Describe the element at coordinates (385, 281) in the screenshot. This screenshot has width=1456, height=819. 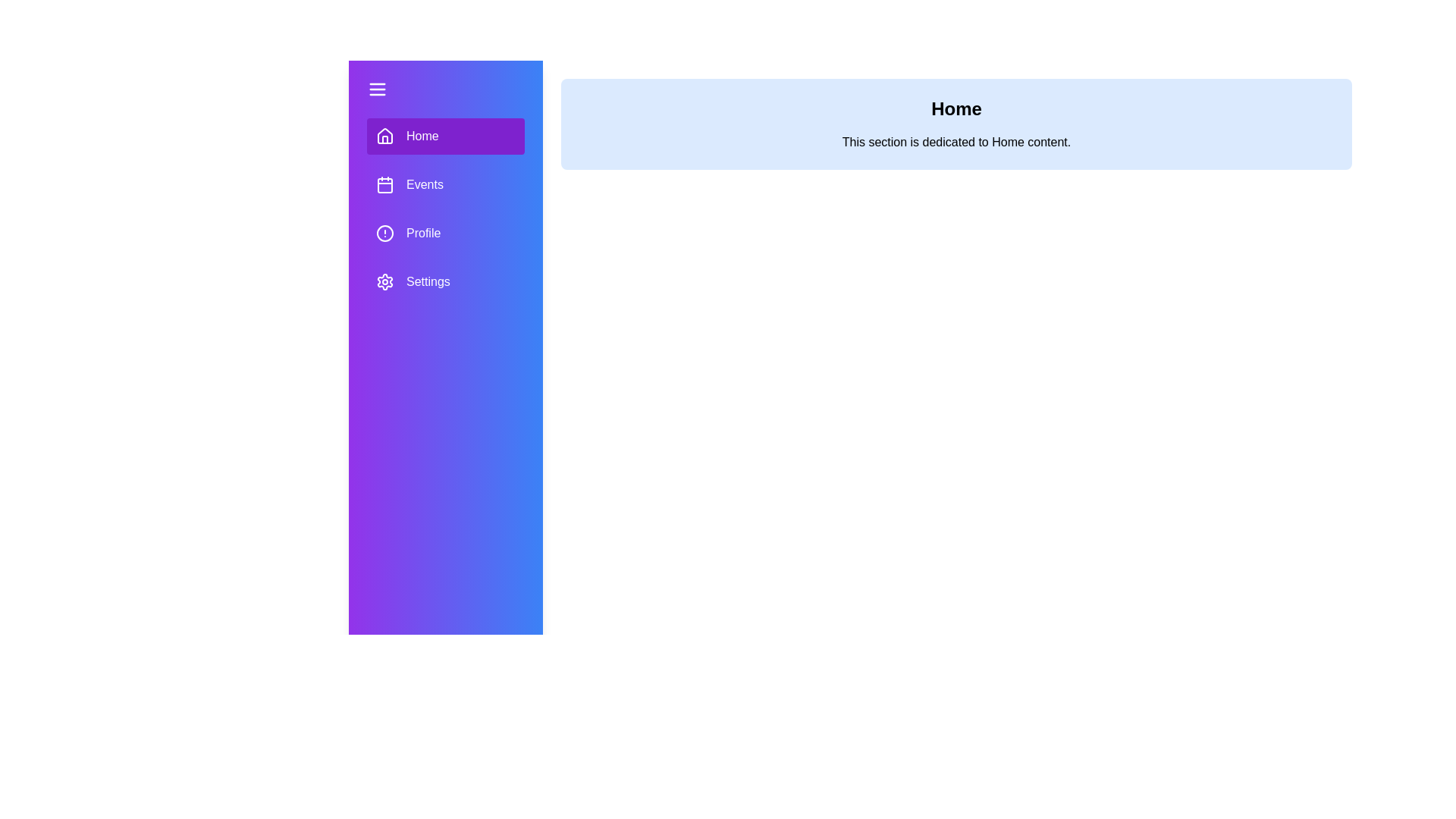
I see `the settings icon located in the sidebar navigation panel, which is the fourth icon in a vertical stack` at that location.